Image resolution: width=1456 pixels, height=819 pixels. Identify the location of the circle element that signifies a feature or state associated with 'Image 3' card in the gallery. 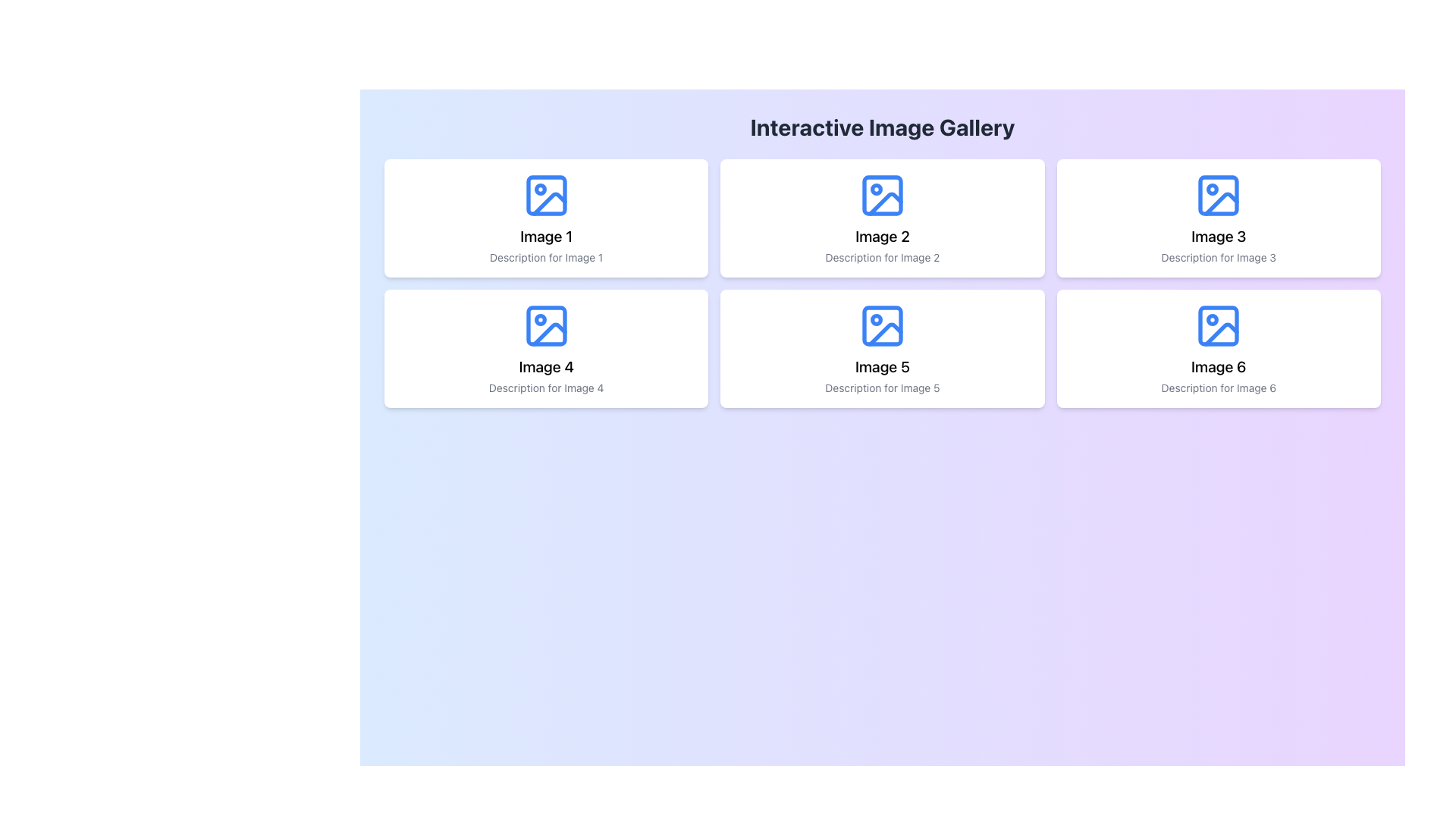
(1212, 189).